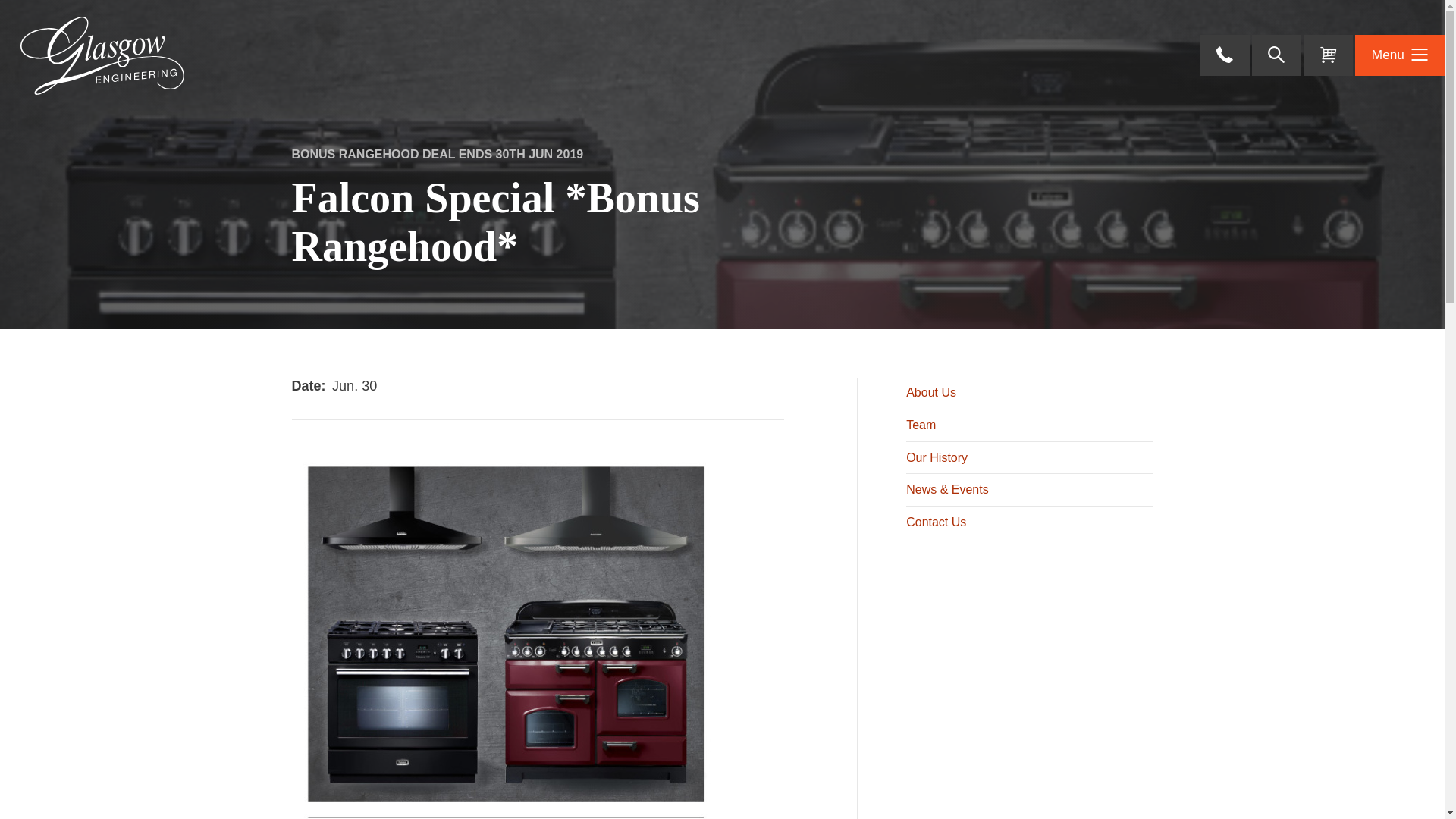  Describe the element at coordinates (906, 457) in the screenshot. I see `'Our History'` at that location.